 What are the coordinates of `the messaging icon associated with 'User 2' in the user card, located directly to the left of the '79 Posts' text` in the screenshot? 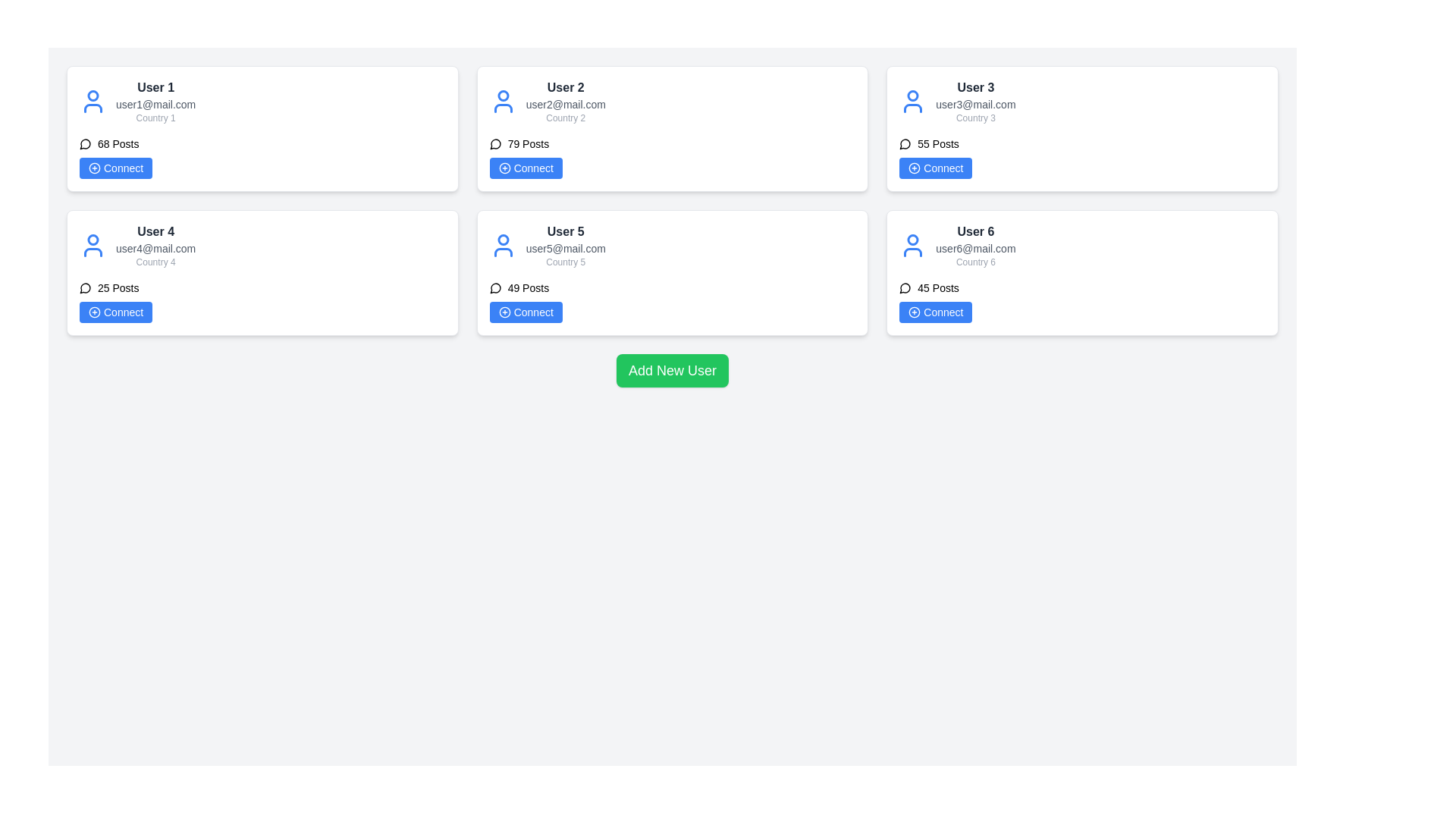 It's located at (495, 144).